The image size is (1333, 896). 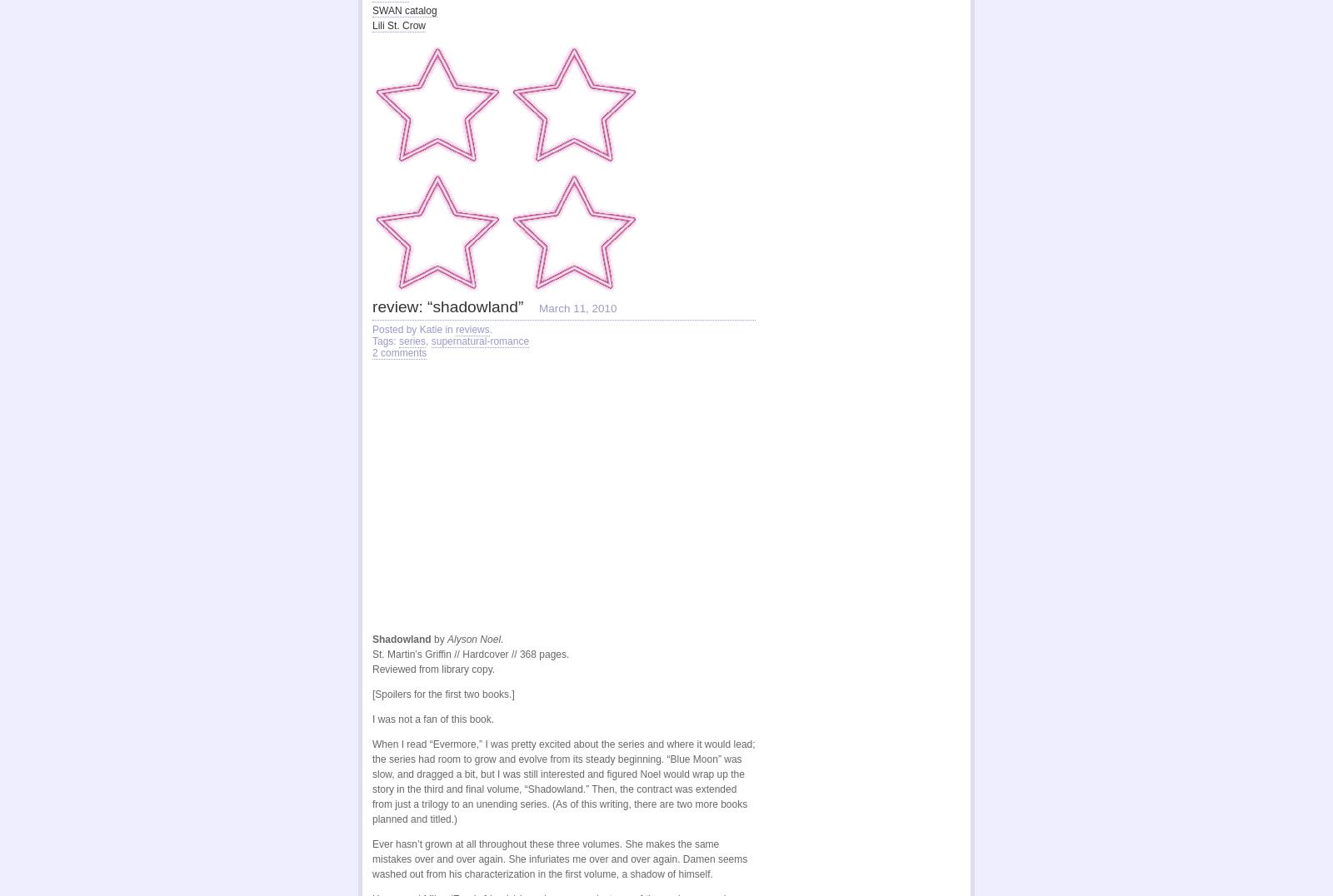 I want to click on 'Posted by Katie in', so click(x=412, y=328).